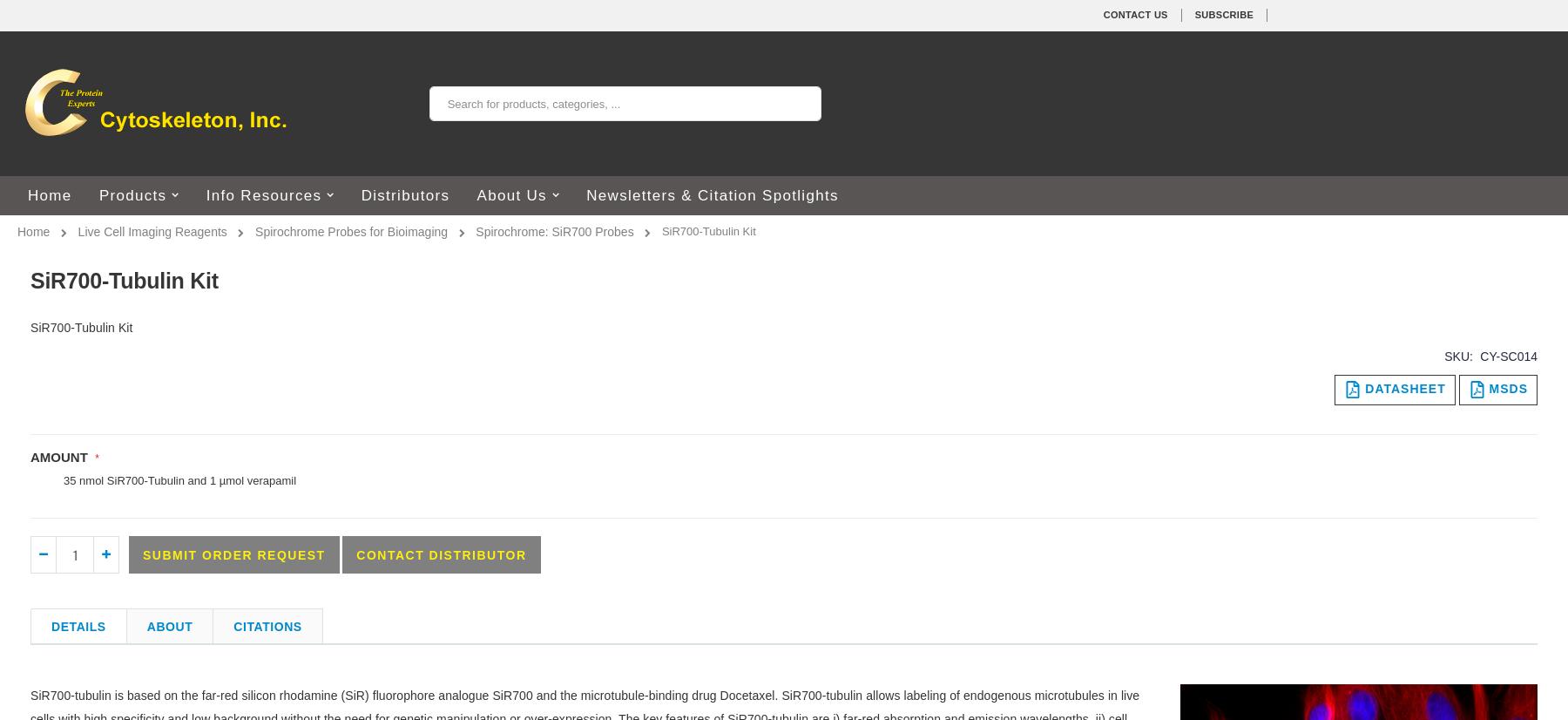 The height and width of the screenshot is (720, 1568). What do you see at coordinates (233, 554) in the screenshot?
I see `'Submit Order Request'` at bounding box center [233, 554].